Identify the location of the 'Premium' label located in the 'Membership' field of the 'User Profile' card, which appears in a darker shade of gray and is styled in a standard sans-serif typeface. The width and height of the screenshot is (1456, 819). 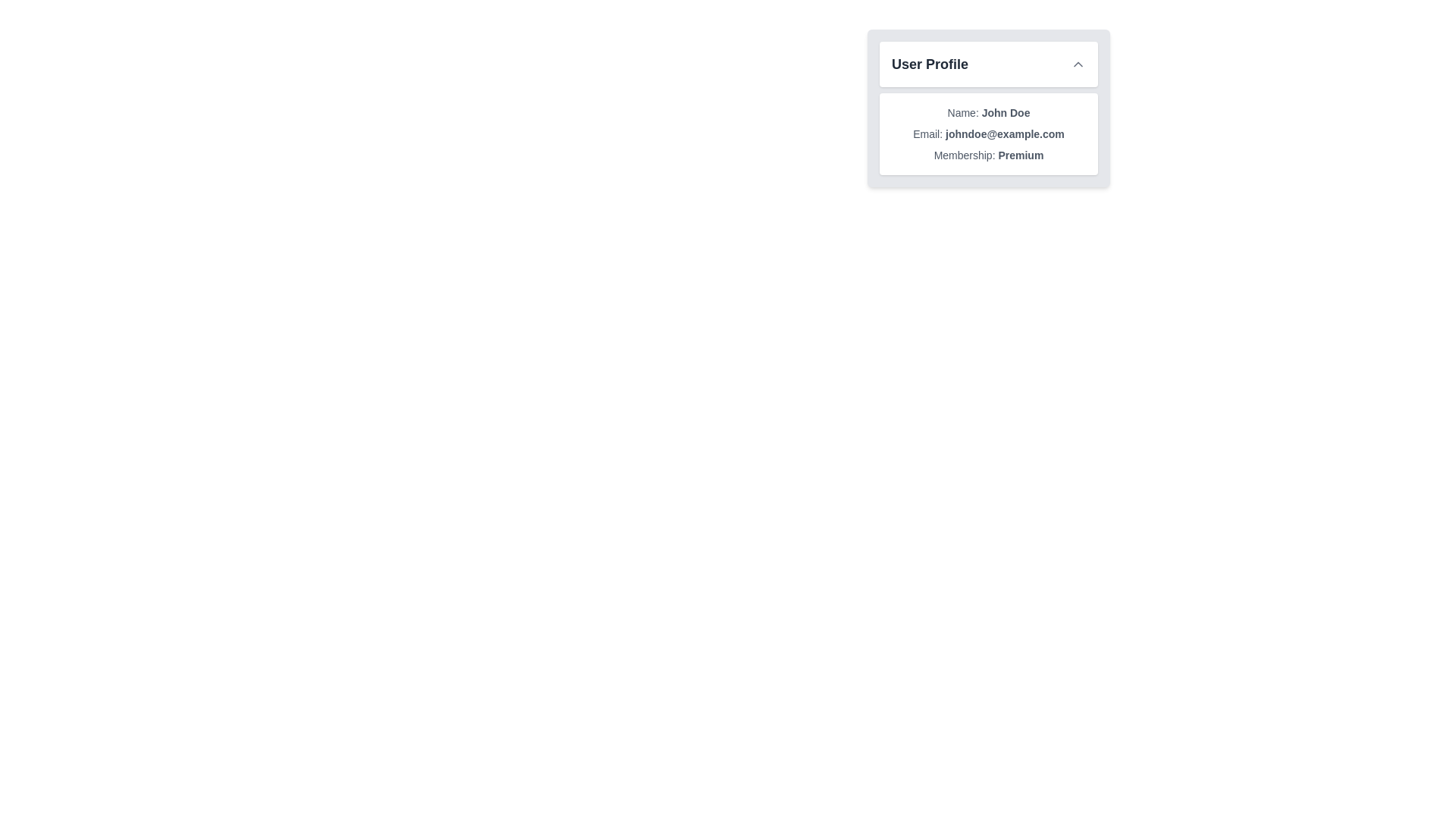
(1021, 155).